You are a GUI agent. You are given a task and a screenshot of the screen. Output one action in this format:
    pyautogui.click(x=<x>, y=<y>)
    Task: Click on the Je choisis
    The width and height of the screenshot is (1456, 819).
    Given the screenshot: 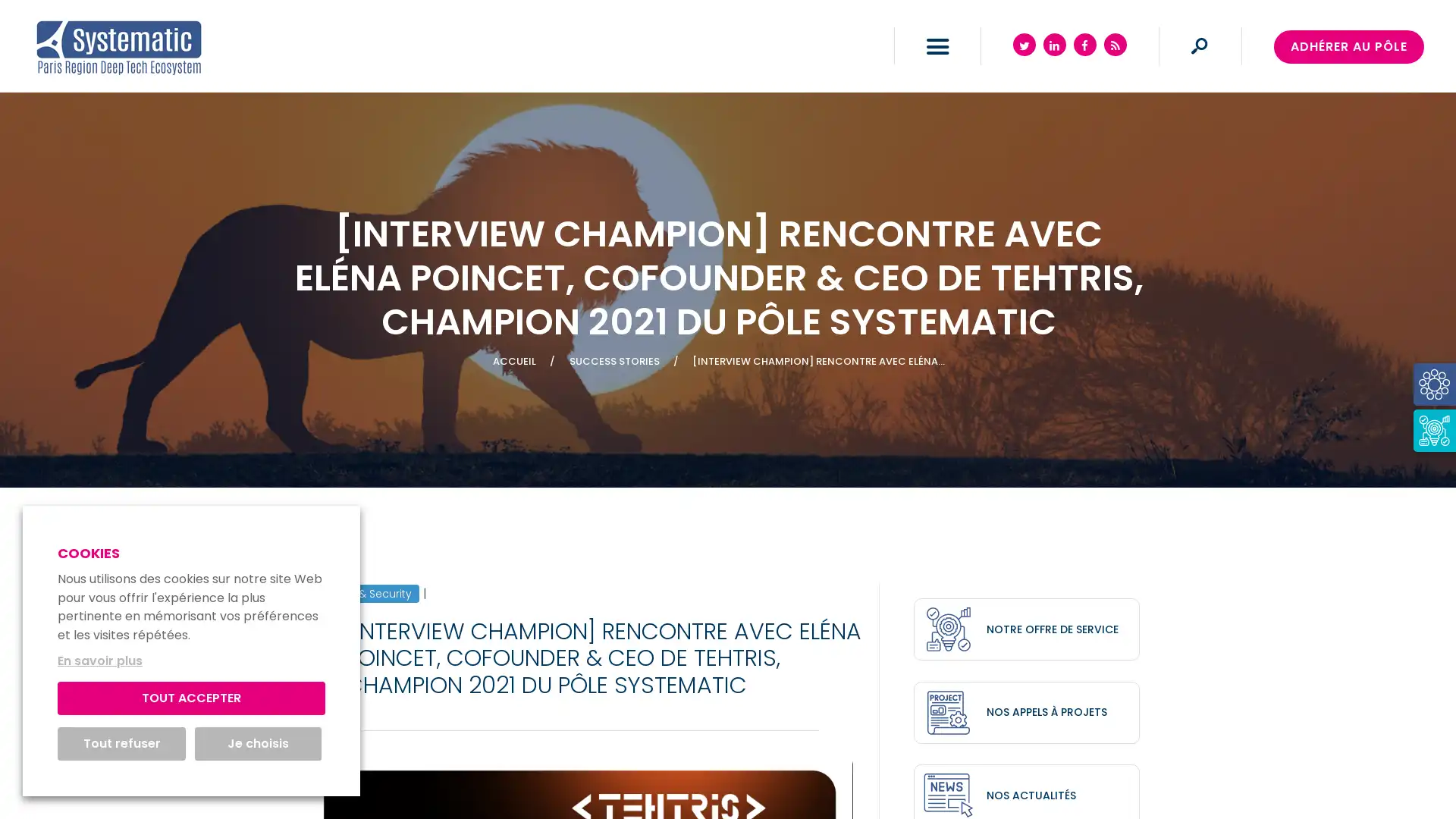 What is the action you would take?
    pyautogui.click(x=258, y=742)
    